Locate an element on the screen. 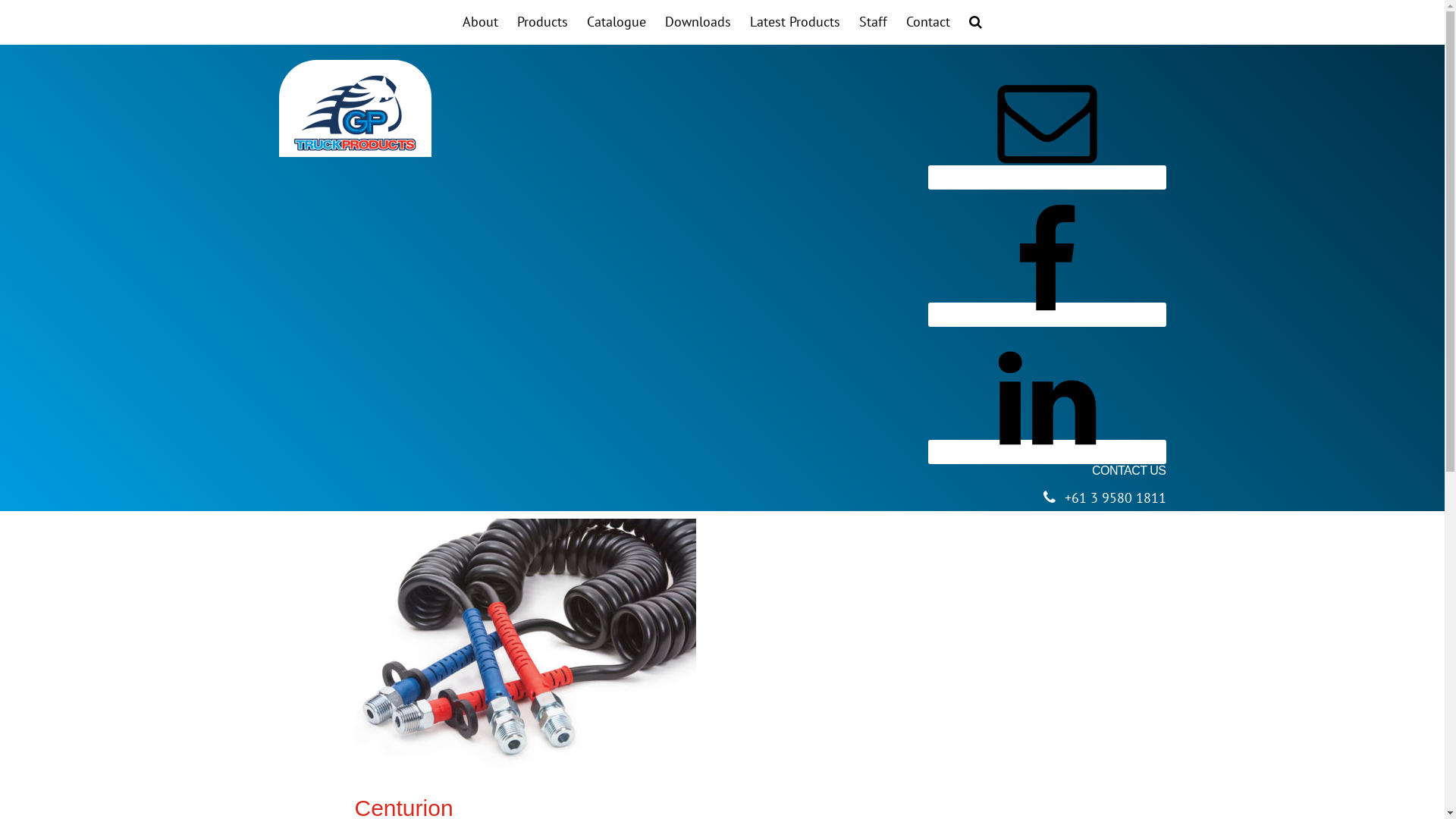 This screenshot has height=819, width=1456. 'Catalogue' is located at coordinates (616, 22).